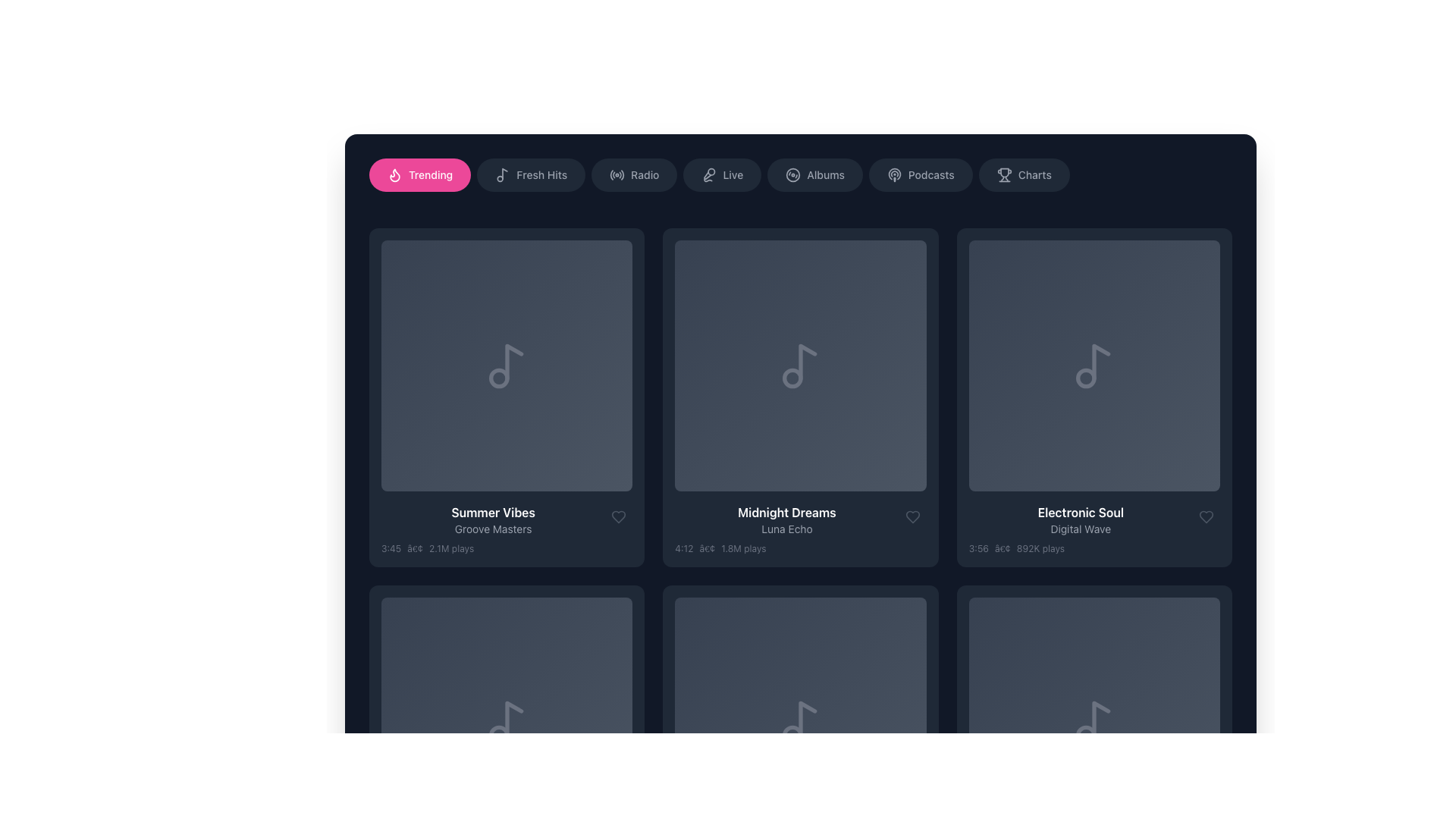 Image resolution: width=1456 pixels, height=819 pixels. I want to click on the Text Information Block displaying 'Midnight Dreams' by 'Luna Echo', located in the center card of the second row, positioned below a musical note icon and above a heart-shaped button, so click(786, 529).